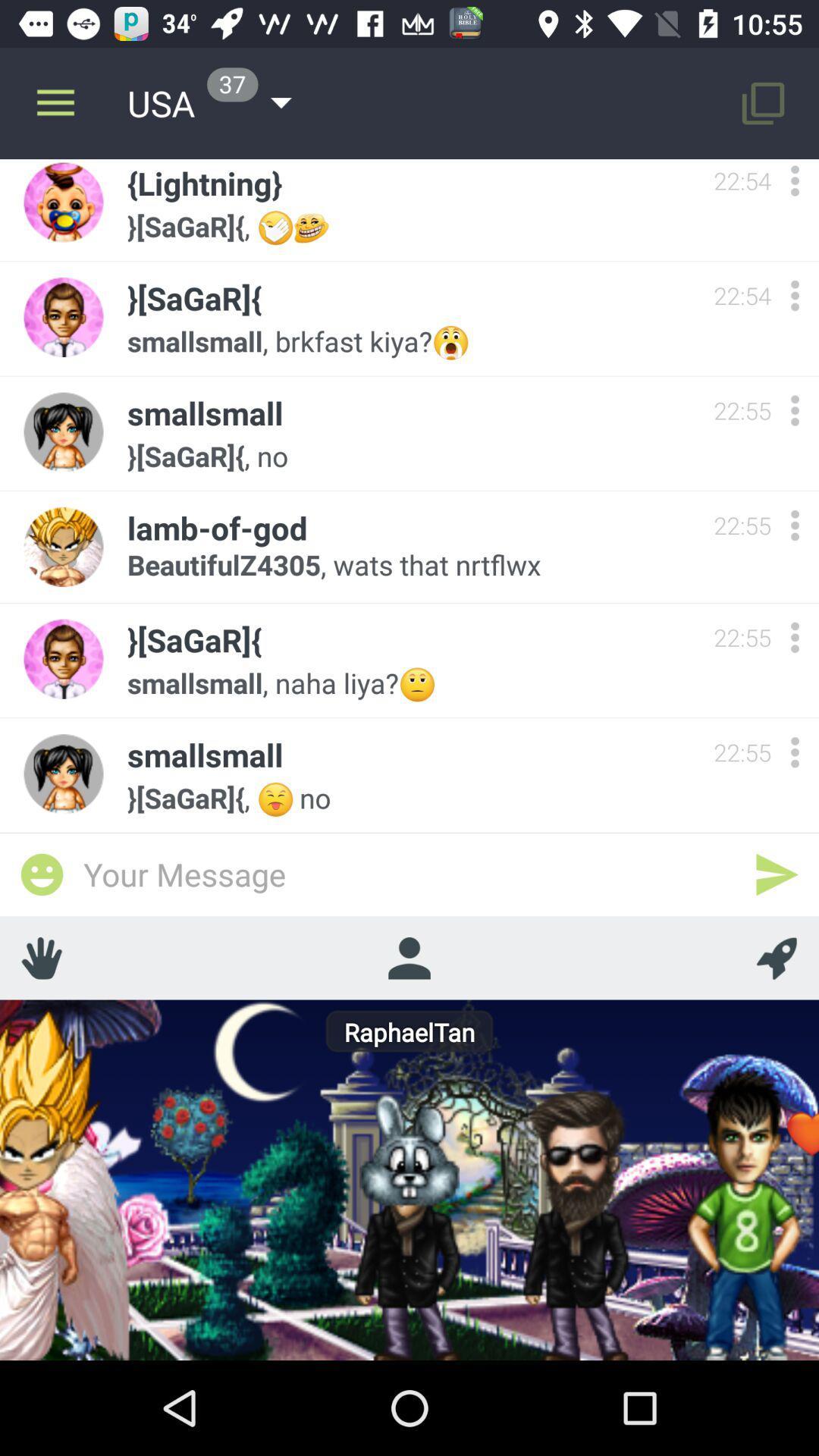 The height and width of the screenshot is (1456, 819). I want to click on options, so click(794, 410).